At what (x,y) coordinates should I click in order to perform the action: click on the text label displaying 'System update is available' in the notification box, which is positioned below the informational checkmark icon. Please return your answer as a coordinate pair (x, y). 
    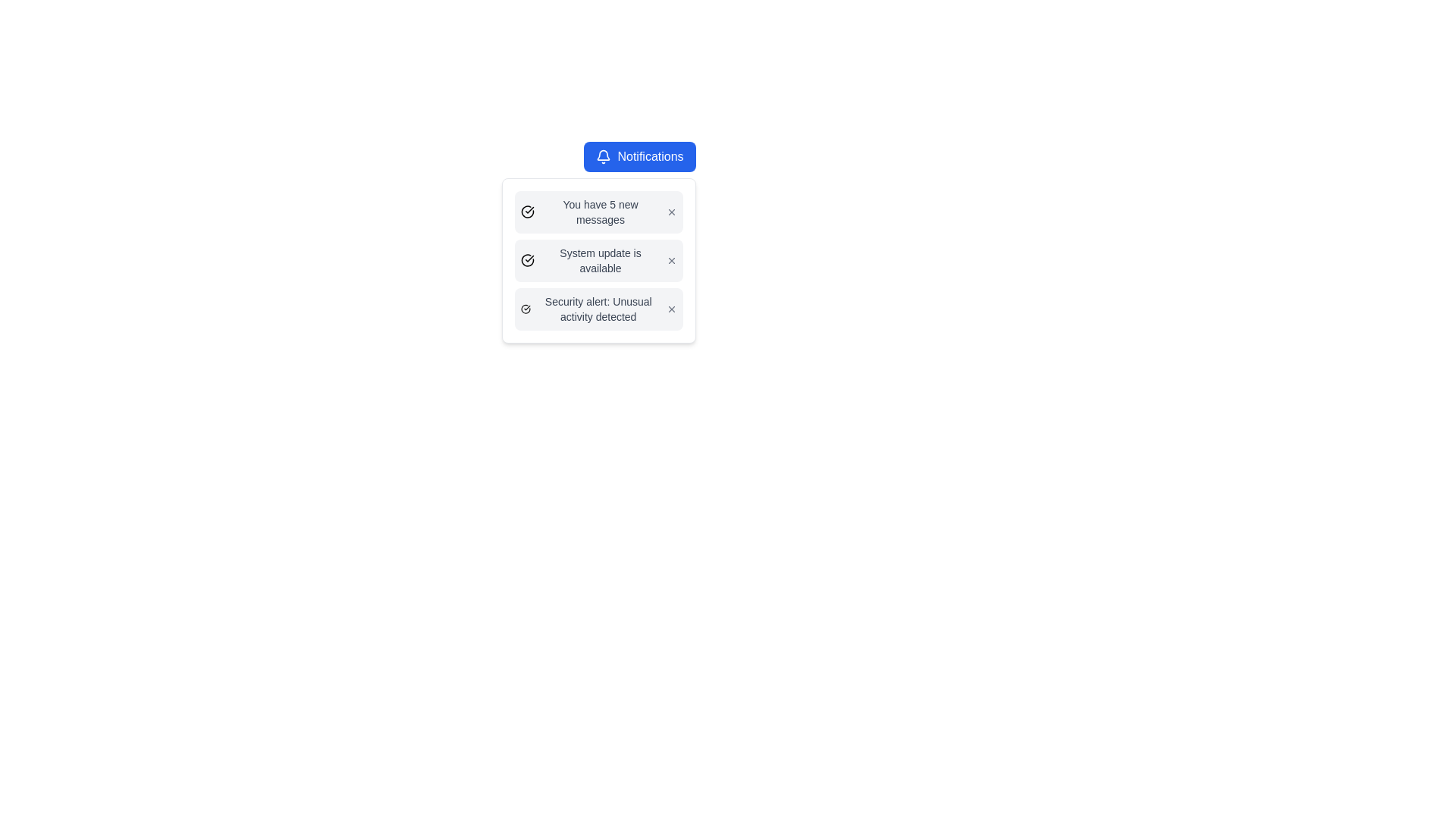
    Looking at the image, I should click on (600, 259).